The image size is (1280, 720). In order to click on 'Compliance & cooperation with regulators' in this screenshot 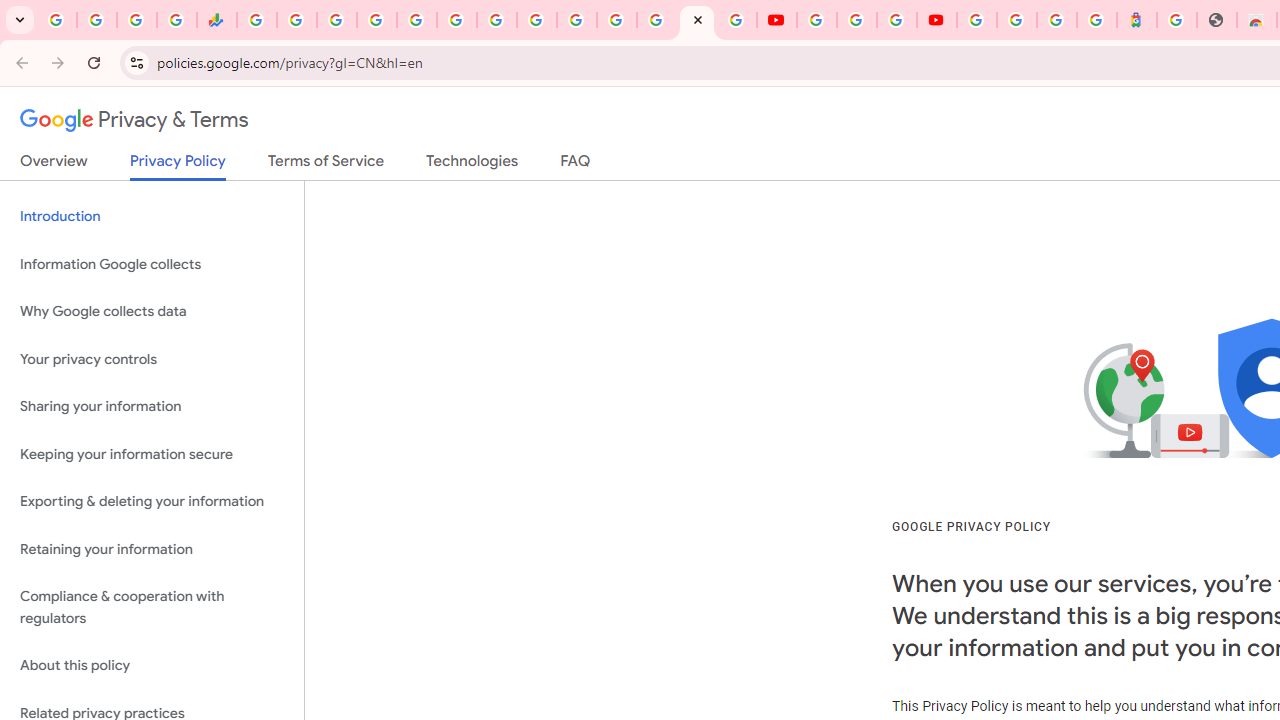, I will do `click(151, 607)`.